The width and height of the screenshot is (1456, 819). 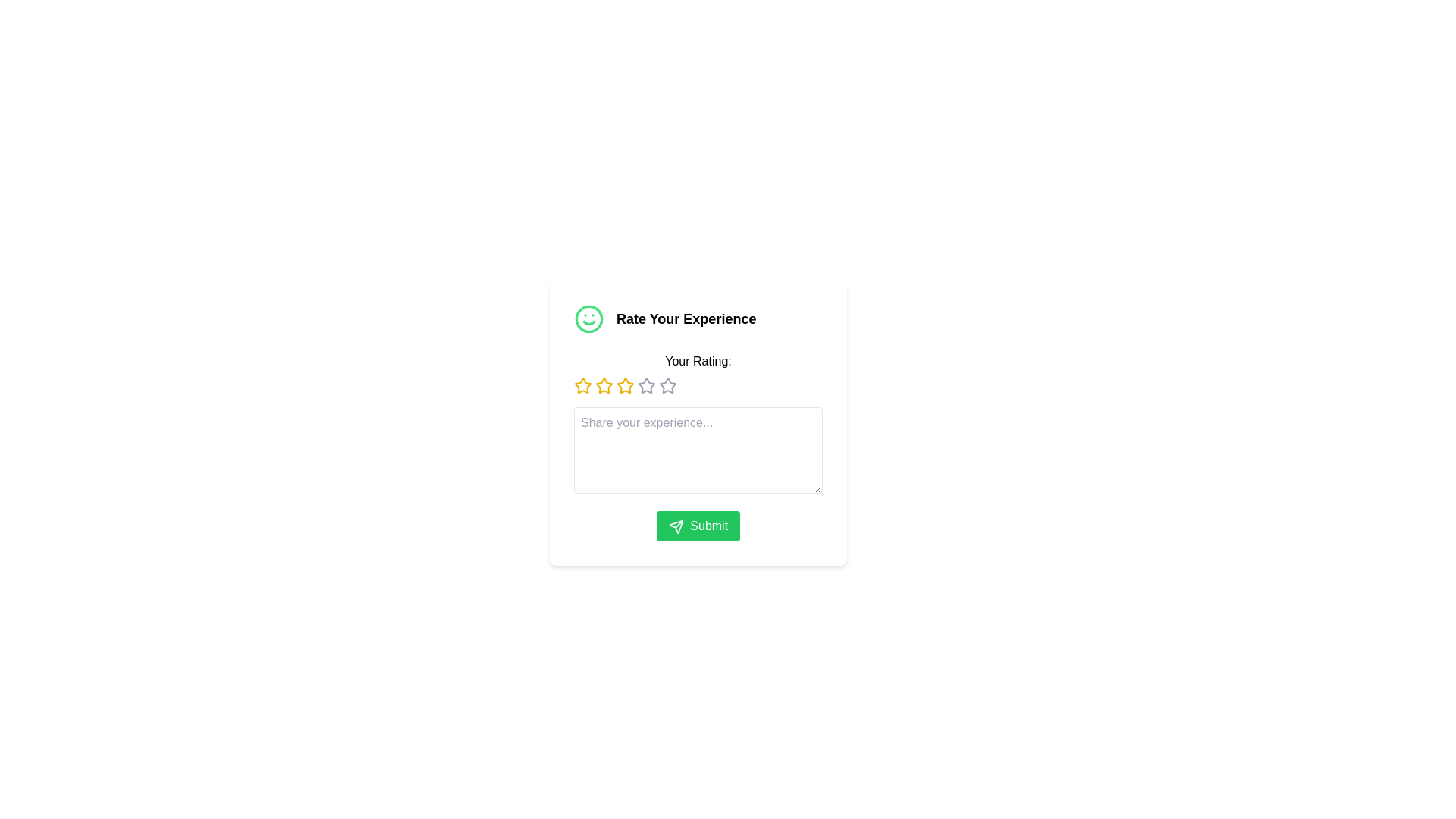 I want to click on the Text Label that provides context for the rating stars, located in the top-middle portion of the interactive rating panel, so click(x=698, y=362).